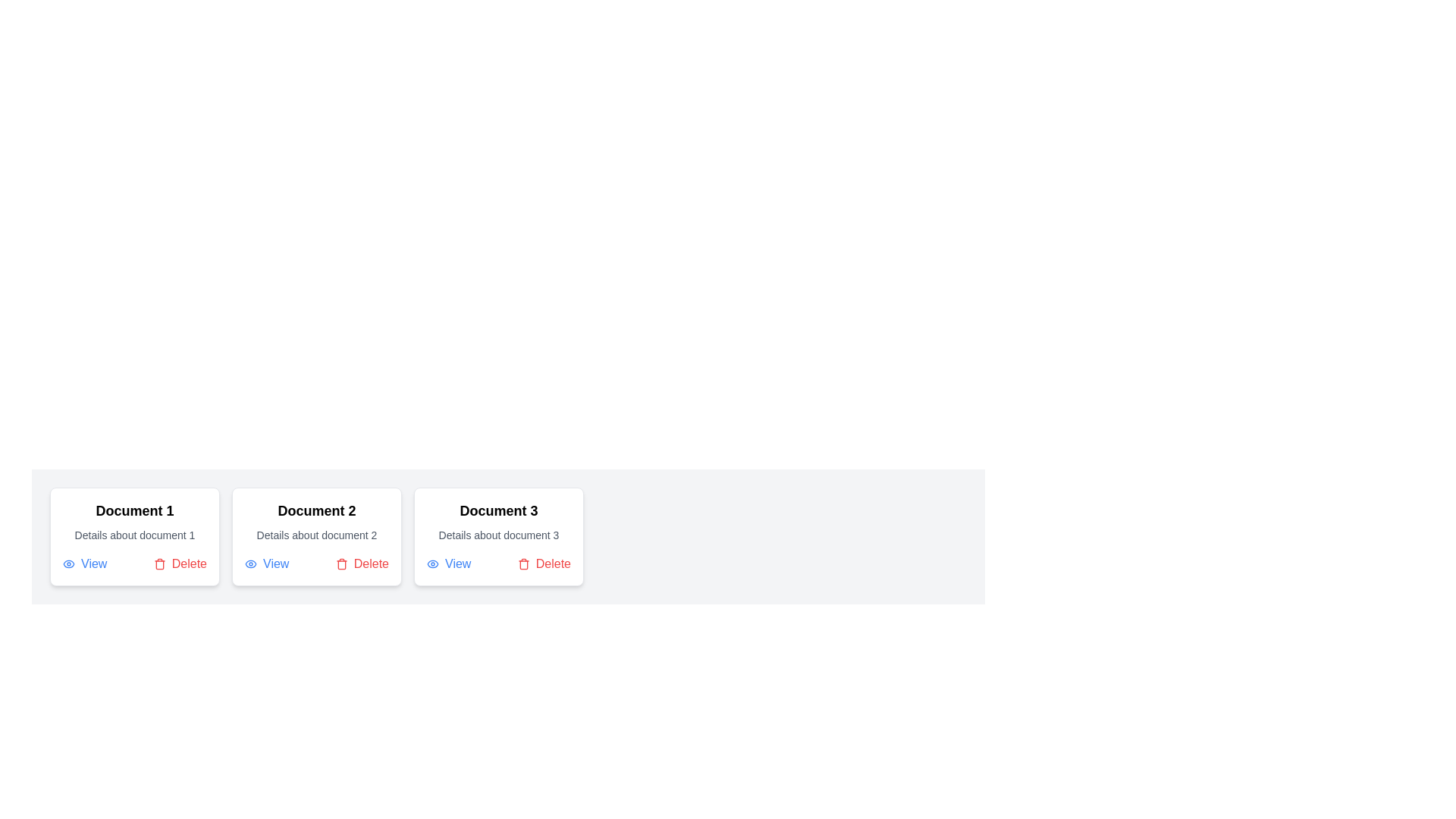  Describe the element at coordinates (251, 564) in the screenshot. I see `the eye icon within the 'View' button of the second card labeled 'Document 2'` at that location.